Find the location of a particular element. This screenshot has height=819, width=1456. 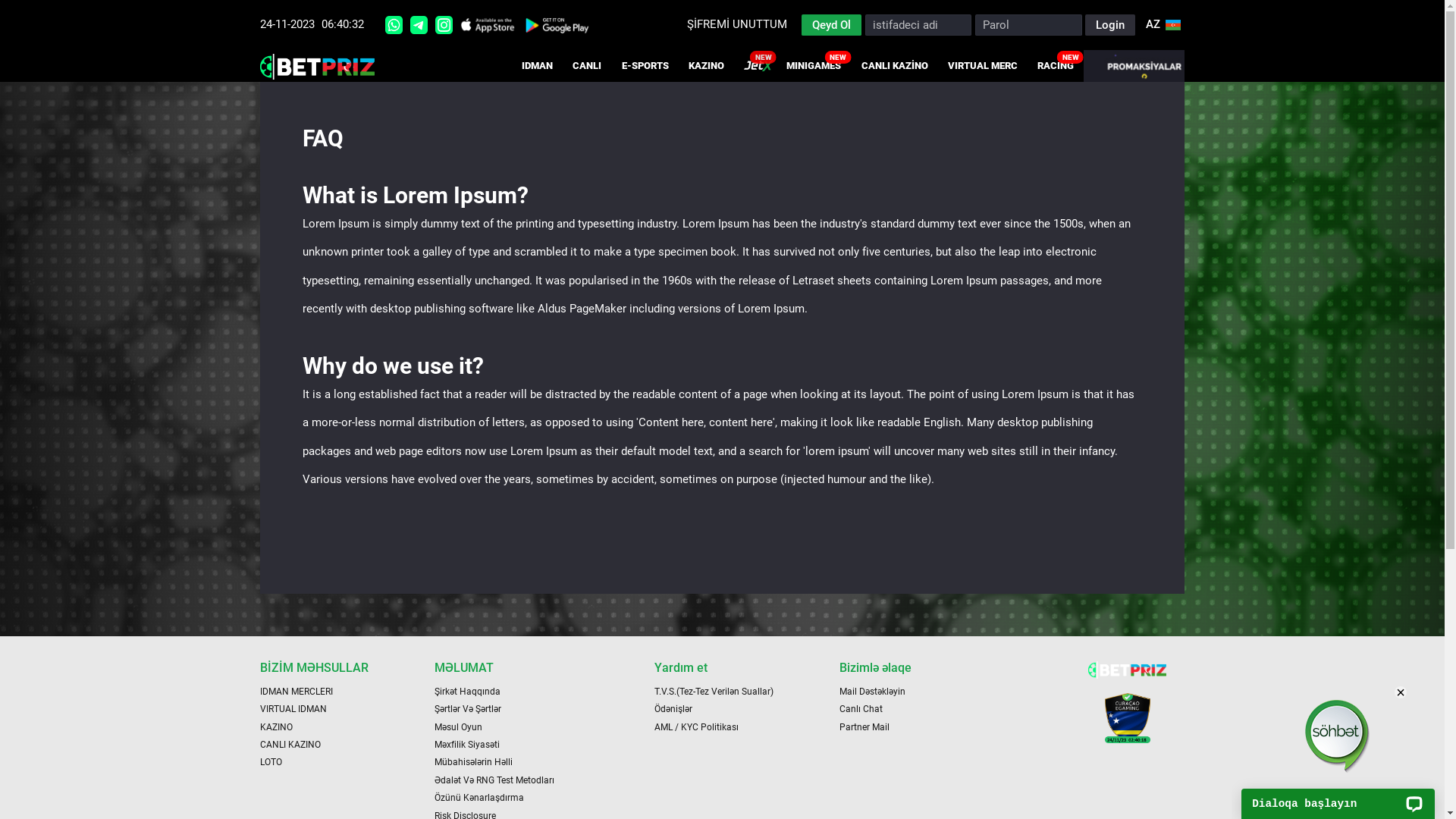

'VIRTUAL MERC' is located at coordinates (983, 65).